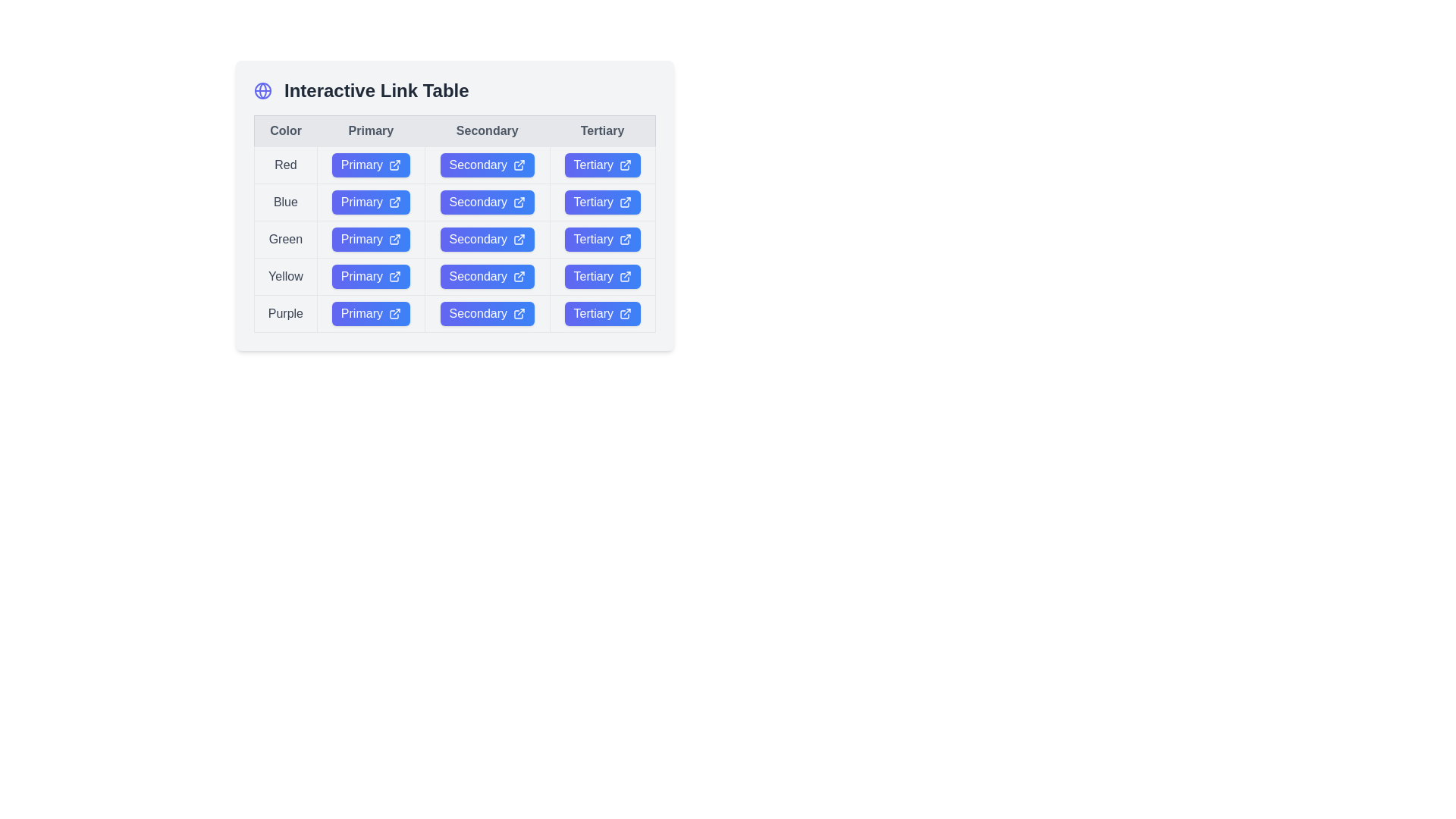  What do you see at coordinates (601, 277) in the screenshot?
I see `the 'Tertiary' button with an indigo to blue gradient, located in the fourth row of the 'Interactive Link Table', for visual feedback` at bounding box center [601, 277].